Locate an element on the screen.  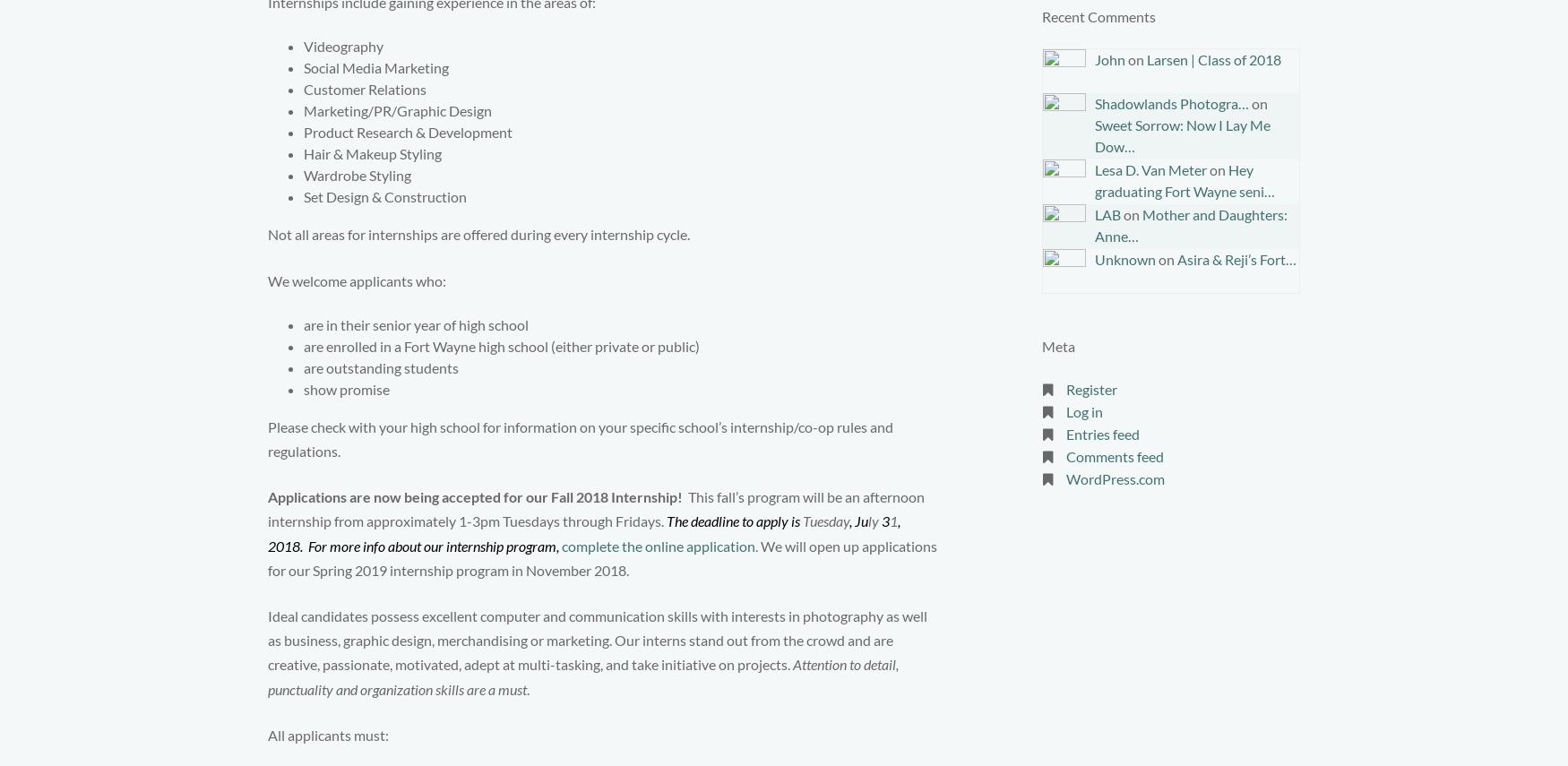
'Entries feed' is located at coordinates (1102, 433).